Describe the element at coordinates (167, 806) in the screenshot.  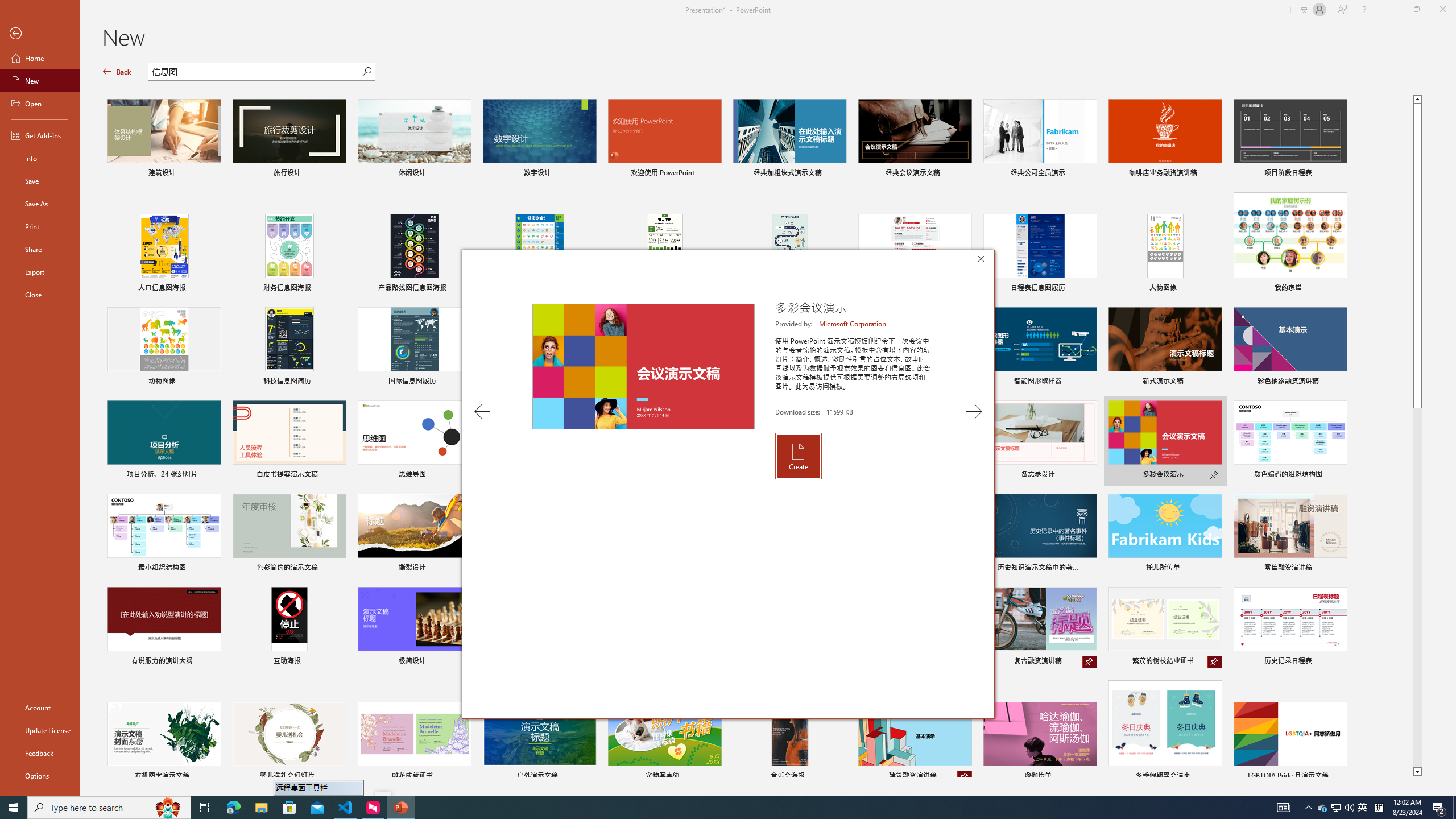
I see `'Search highlights icon opens search home window'` at that location.